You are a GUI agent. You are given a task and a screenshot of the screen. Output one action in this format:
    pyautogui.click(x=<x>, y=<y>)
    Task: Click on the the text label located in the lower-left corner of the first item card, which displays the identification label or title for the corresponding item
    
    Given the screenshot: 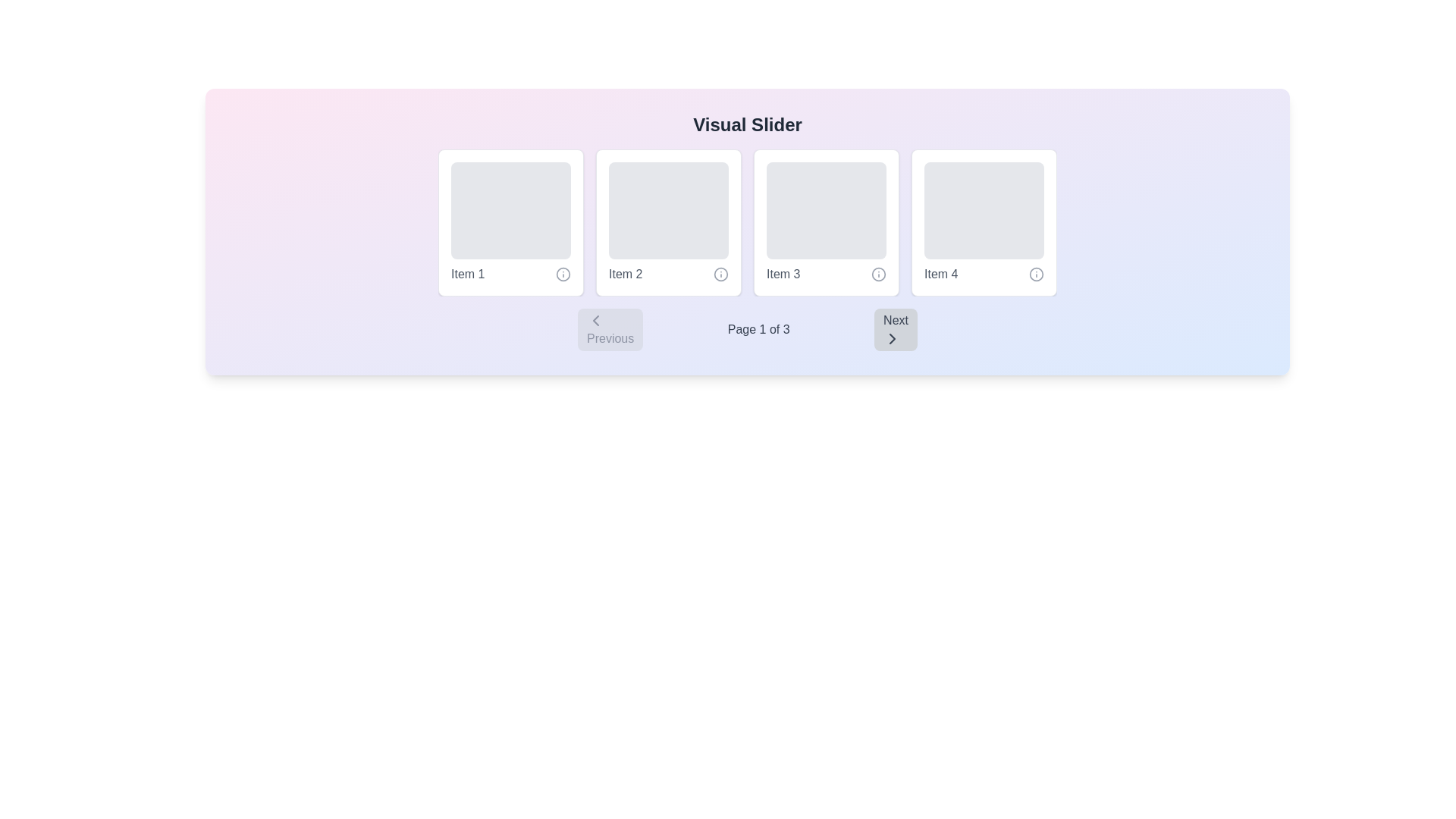 What is the action you would take?
    pyautogui.click(x=467, y=275)
    